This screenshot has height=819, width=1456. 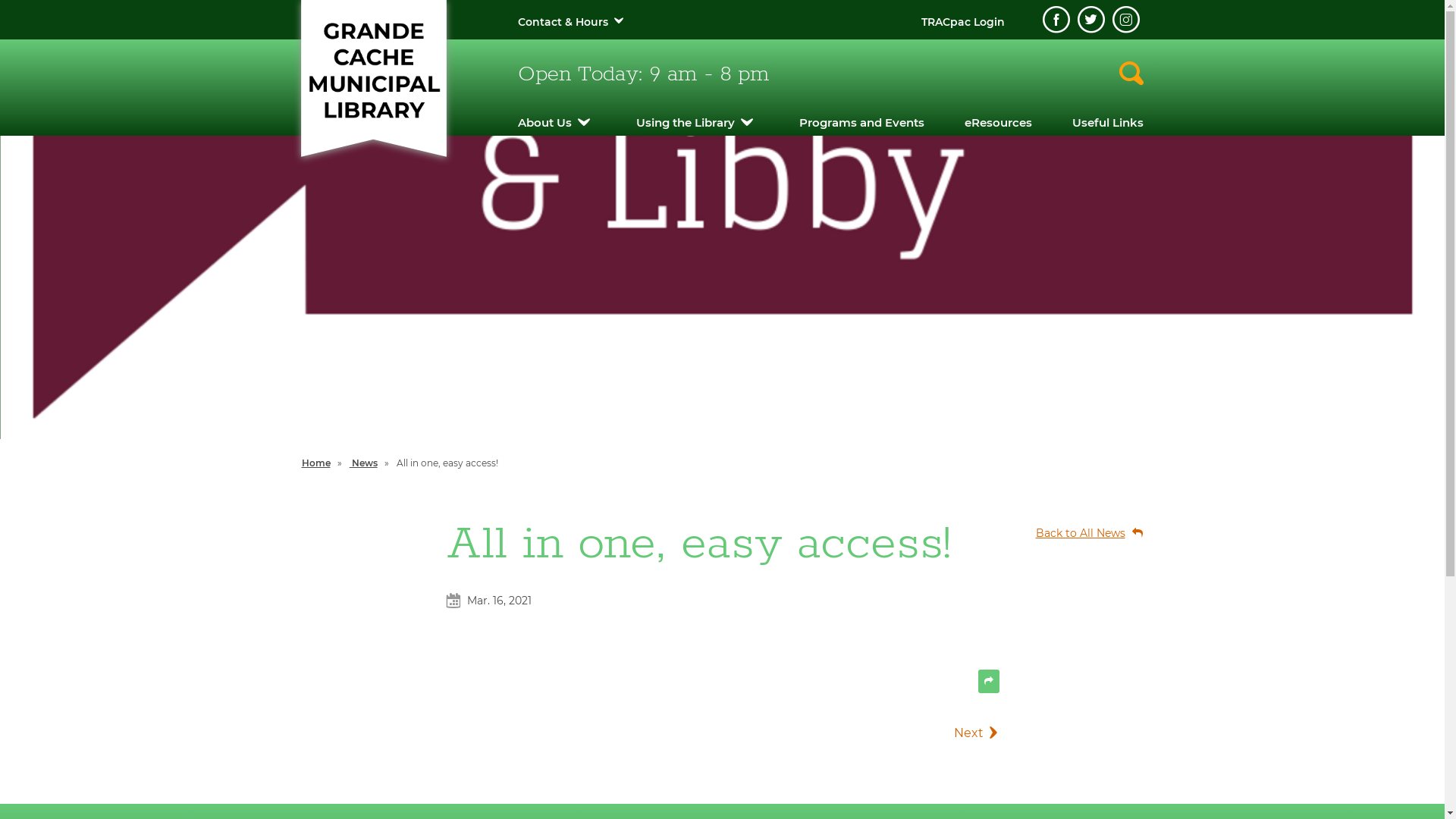 What do you see at coordinates (1125, 20) in the screenshot?
I see `'Instagram'` at bounding box center [1125, 20].